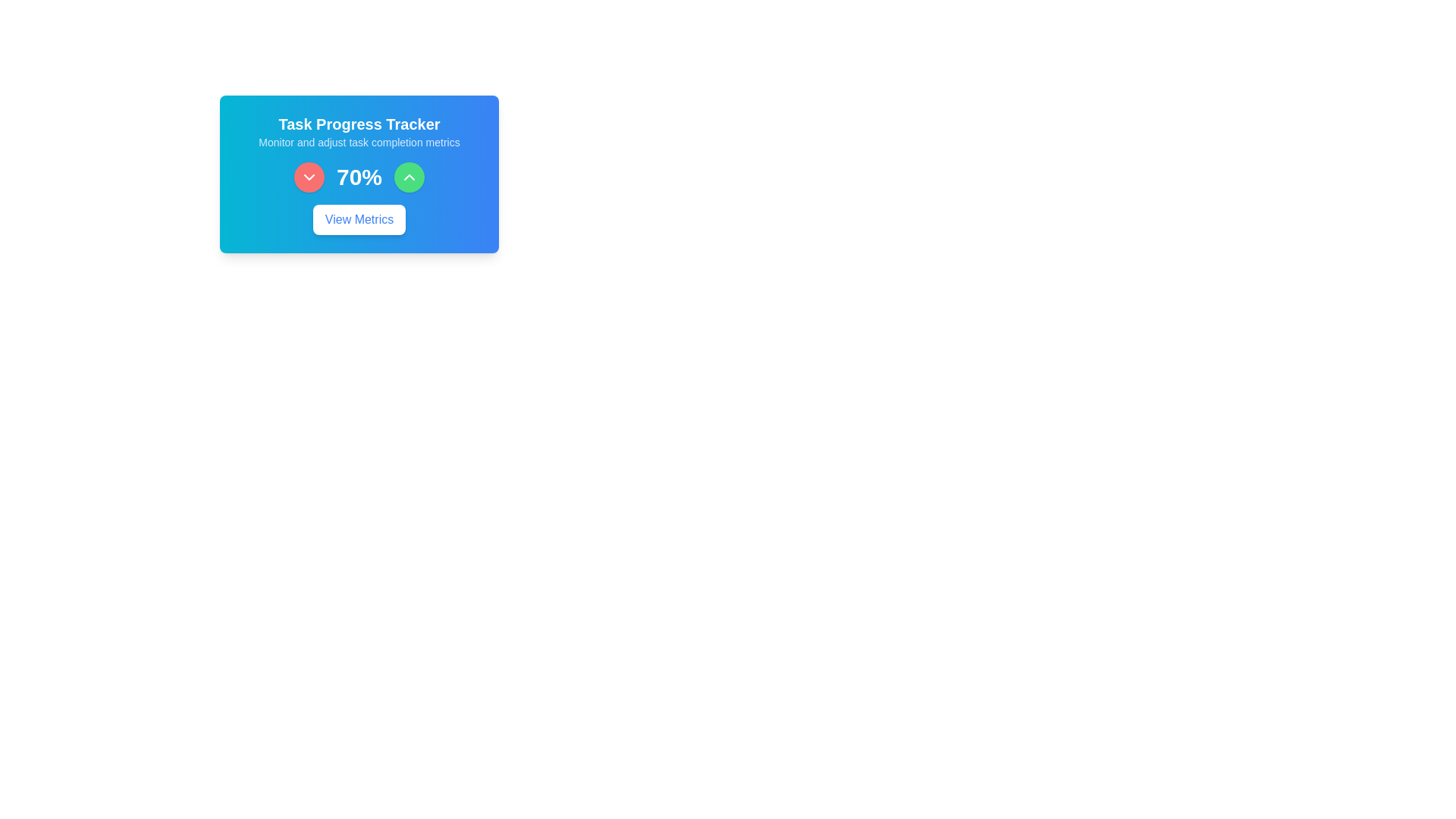 The width and height of the screenshot is (1456, 819). What do you see at coordinates (409, 177) in the screenshot?
I see `the circular button with a green background and white upward arrow icon to observe the hover effect` at bounding box center [409, 177].